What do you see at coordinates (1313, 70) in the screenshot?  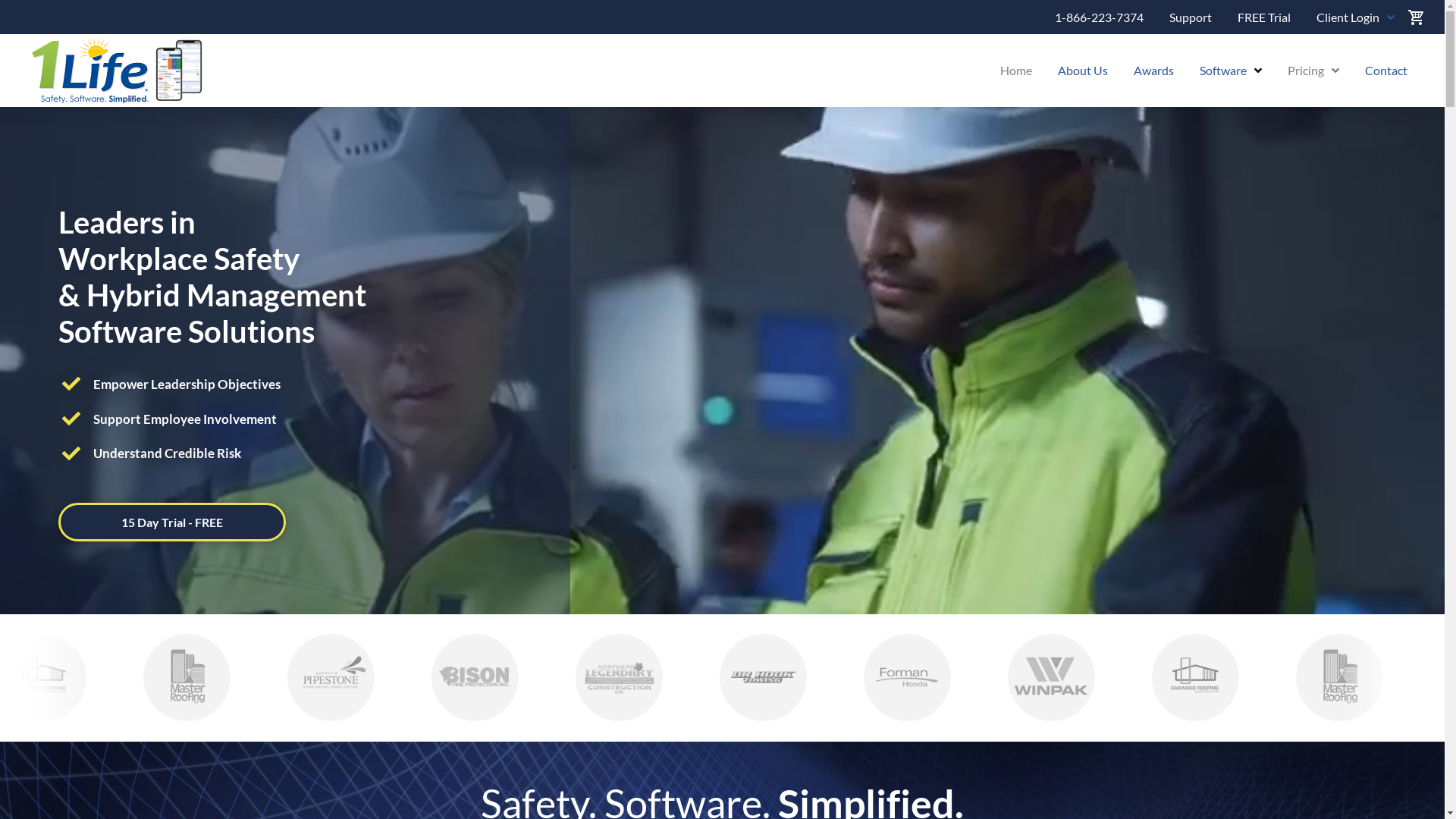 I see `'Pricing'` at bounding box center [1313, 70].